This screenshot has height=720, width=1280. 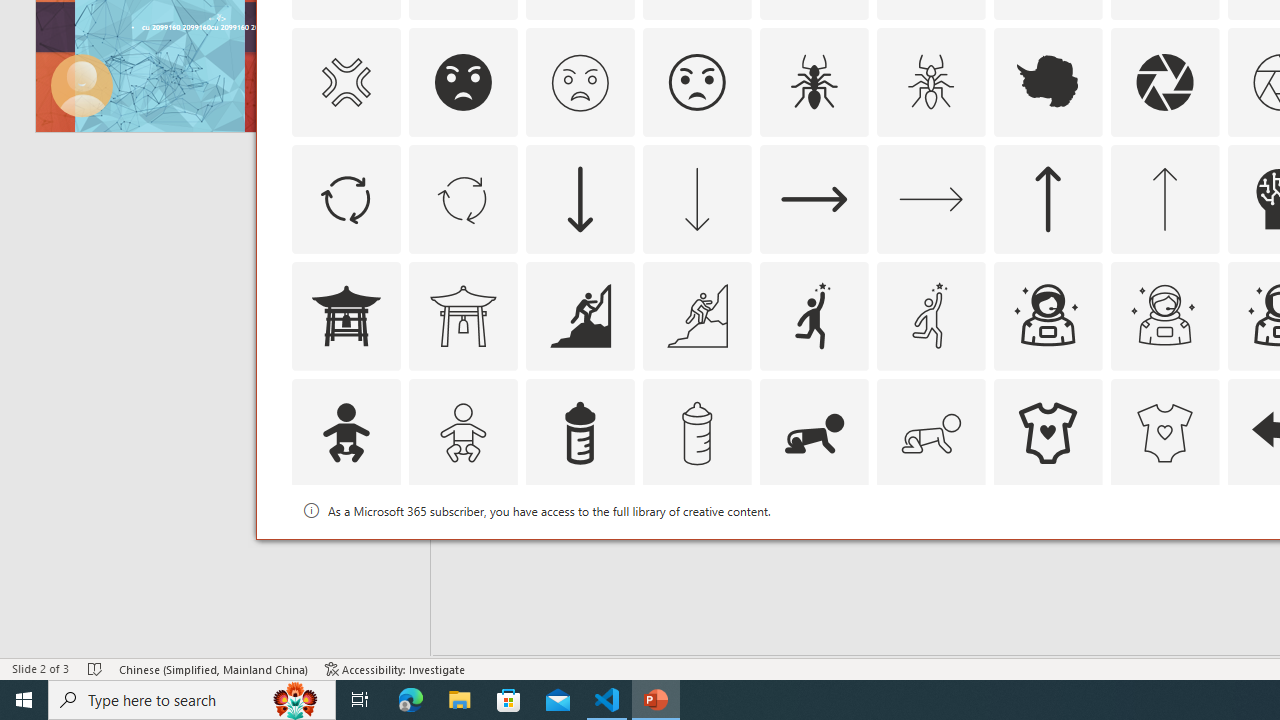 I want to click on 'AutomationID: Icons_ArrowRight_M', so click(x=929, y=198).